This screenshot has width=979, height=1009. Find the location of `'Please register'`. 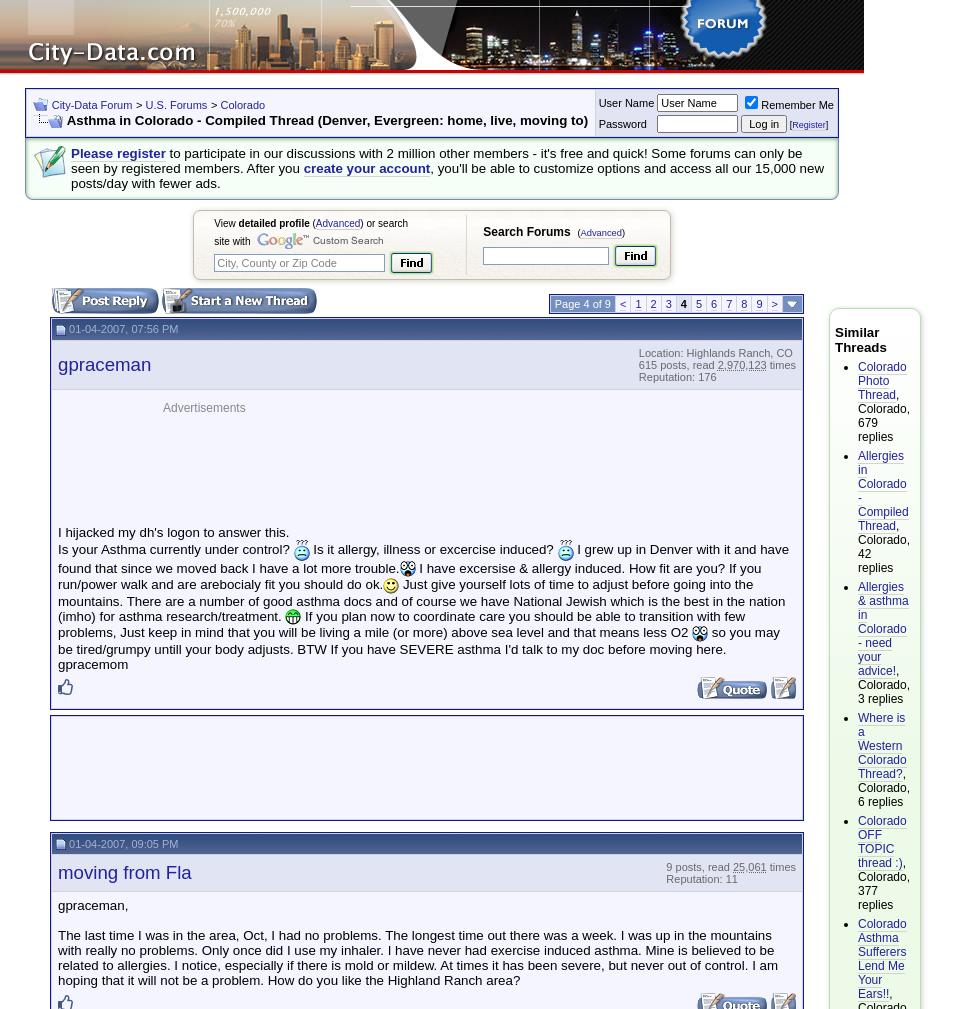

'Please register' is located at coordinates (117, 152).